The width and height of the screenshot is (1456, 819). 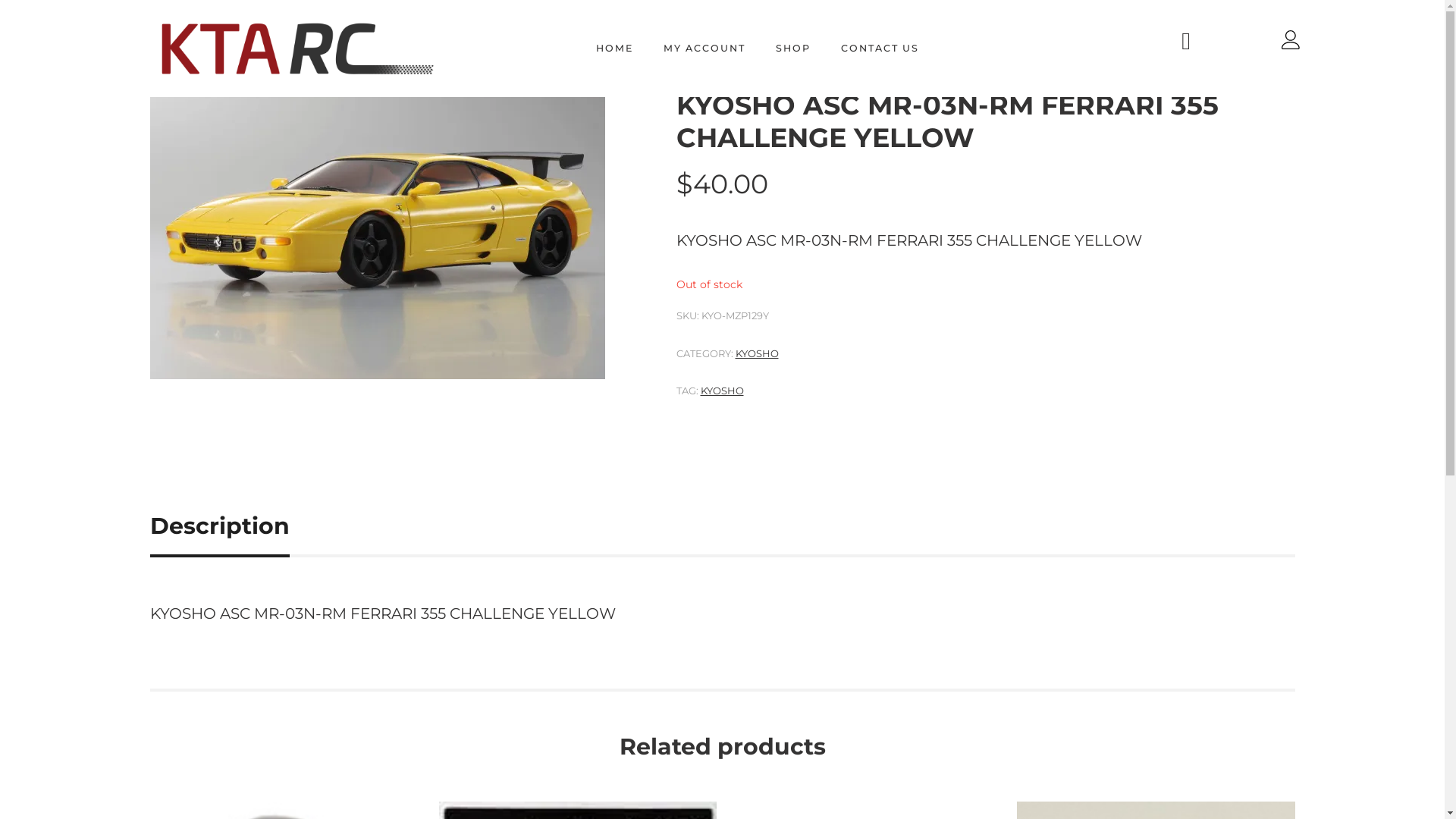 What do you see at coordinates (721, 390) in the screenshot?
I see `'KYOSHO'` at bounding box center [721, 390].